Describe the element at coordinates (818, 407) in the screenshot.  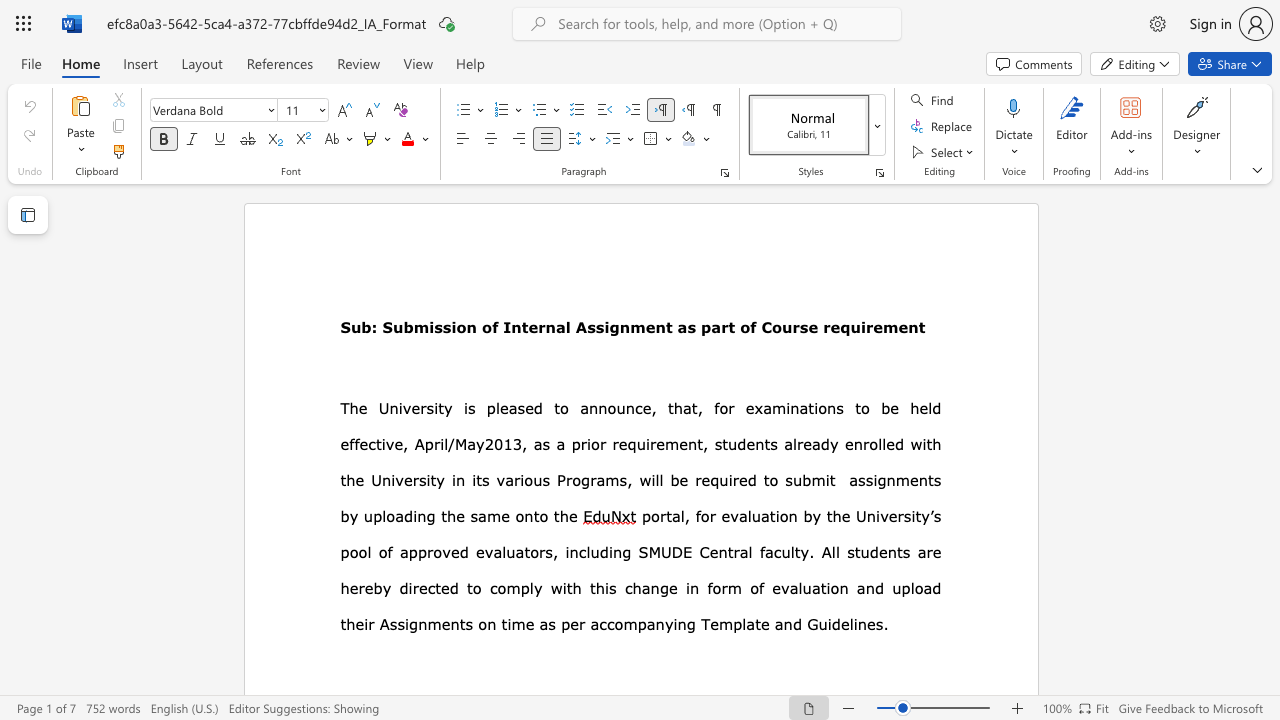
I see `the subset text "ons to be h" within the text ", for examinations to be held effective,"` at that location.